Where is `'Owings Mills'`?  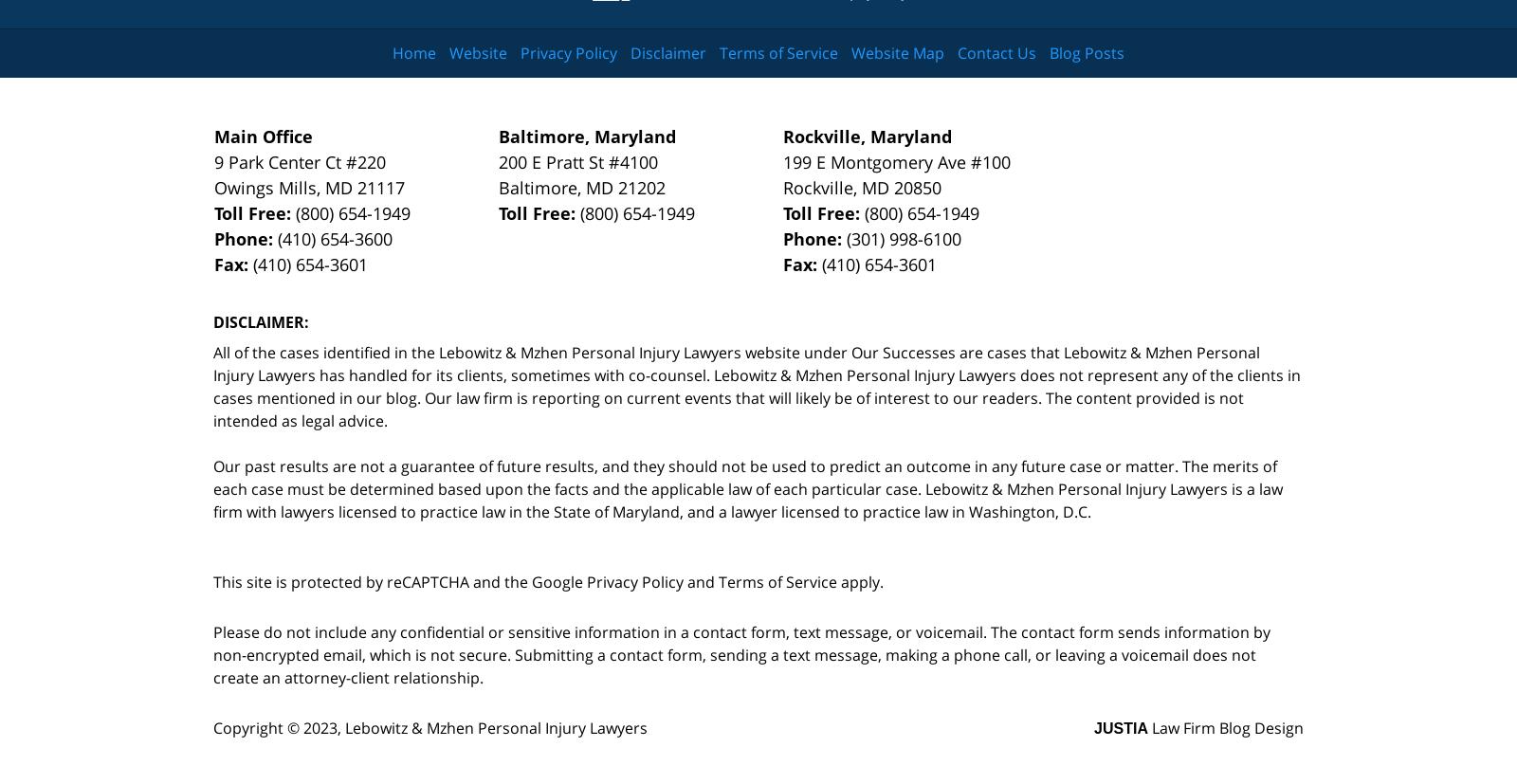 'Owings Mills' is located at coordinates (265, 187).